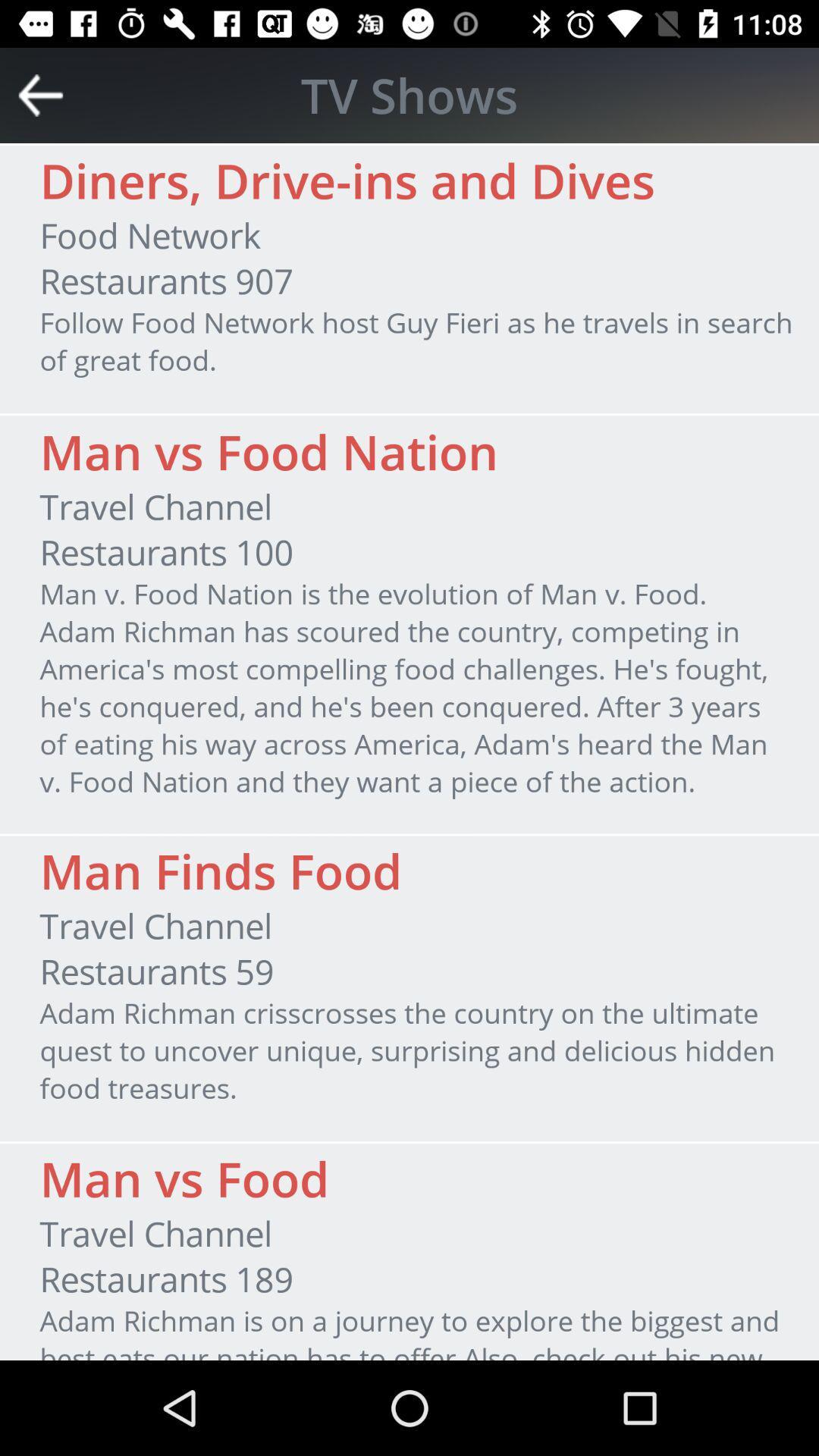  Describe the element at coordinates (157, 971) in the screenshot. I see `the restaurants 59 icon` at that location.